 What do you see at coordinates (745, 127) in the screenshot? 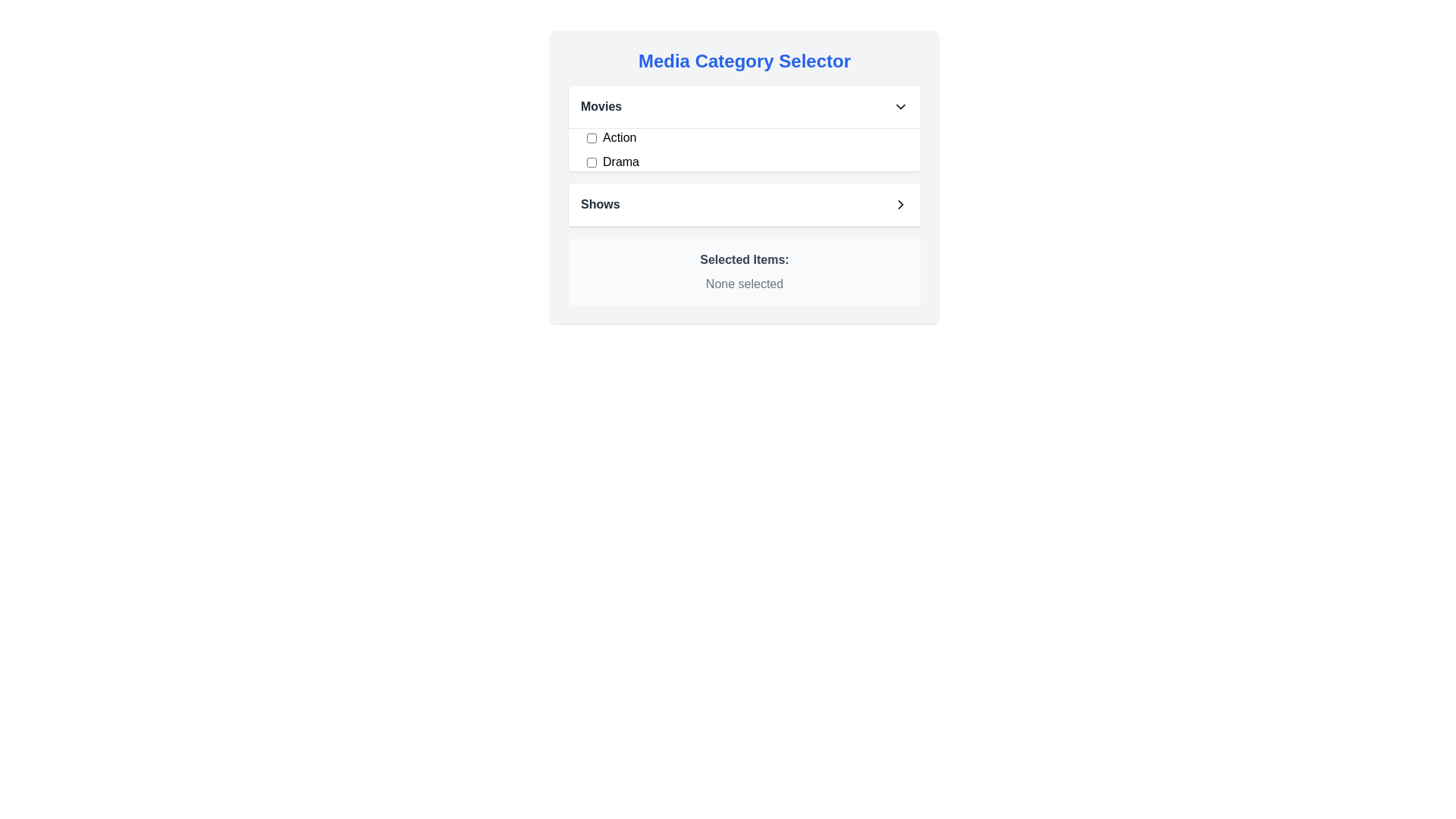
I see `the 'Movies' dropdown section with checkboxes to interact with the options` at bounding box center [745, 127].